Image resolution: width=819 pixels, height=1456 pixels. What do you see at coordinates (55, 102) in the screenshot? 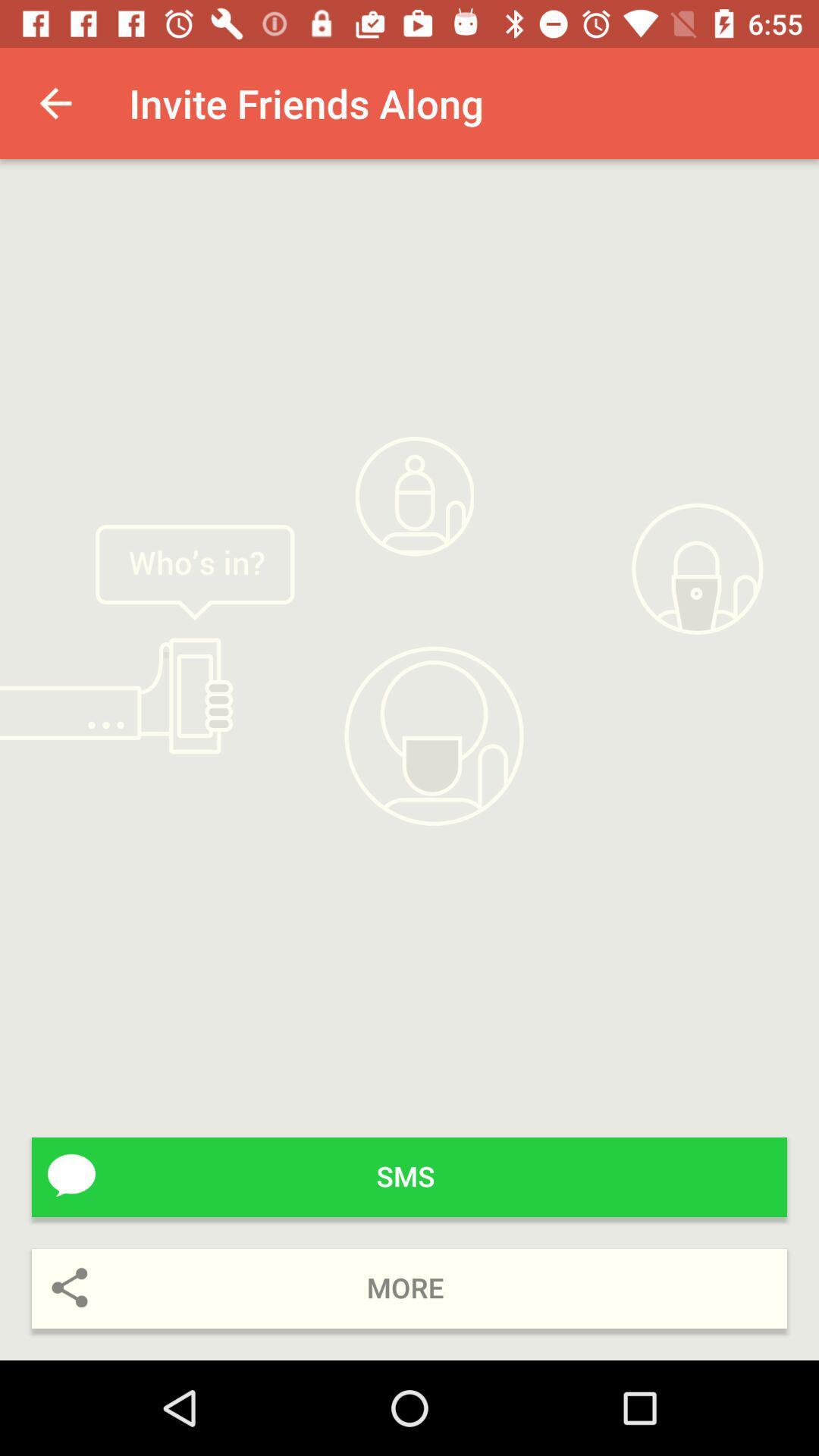
I see `app to the left of  invite friends along app` at bounding box center [55, 102].